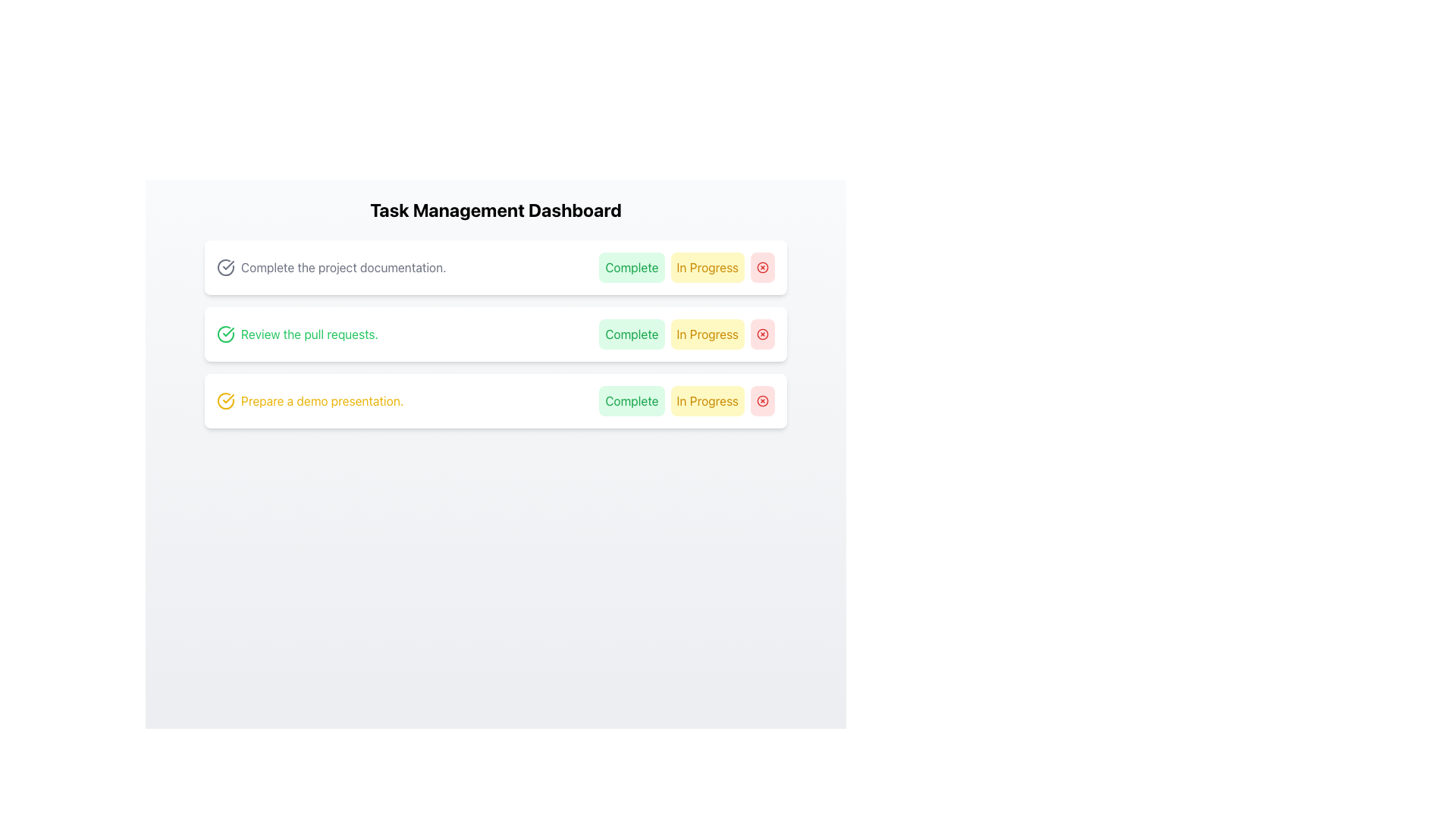  Describe the element at coordinates (707, 267) in the screenshot. I see `the button labeled 'In Progress' with a yellow background` at that location.